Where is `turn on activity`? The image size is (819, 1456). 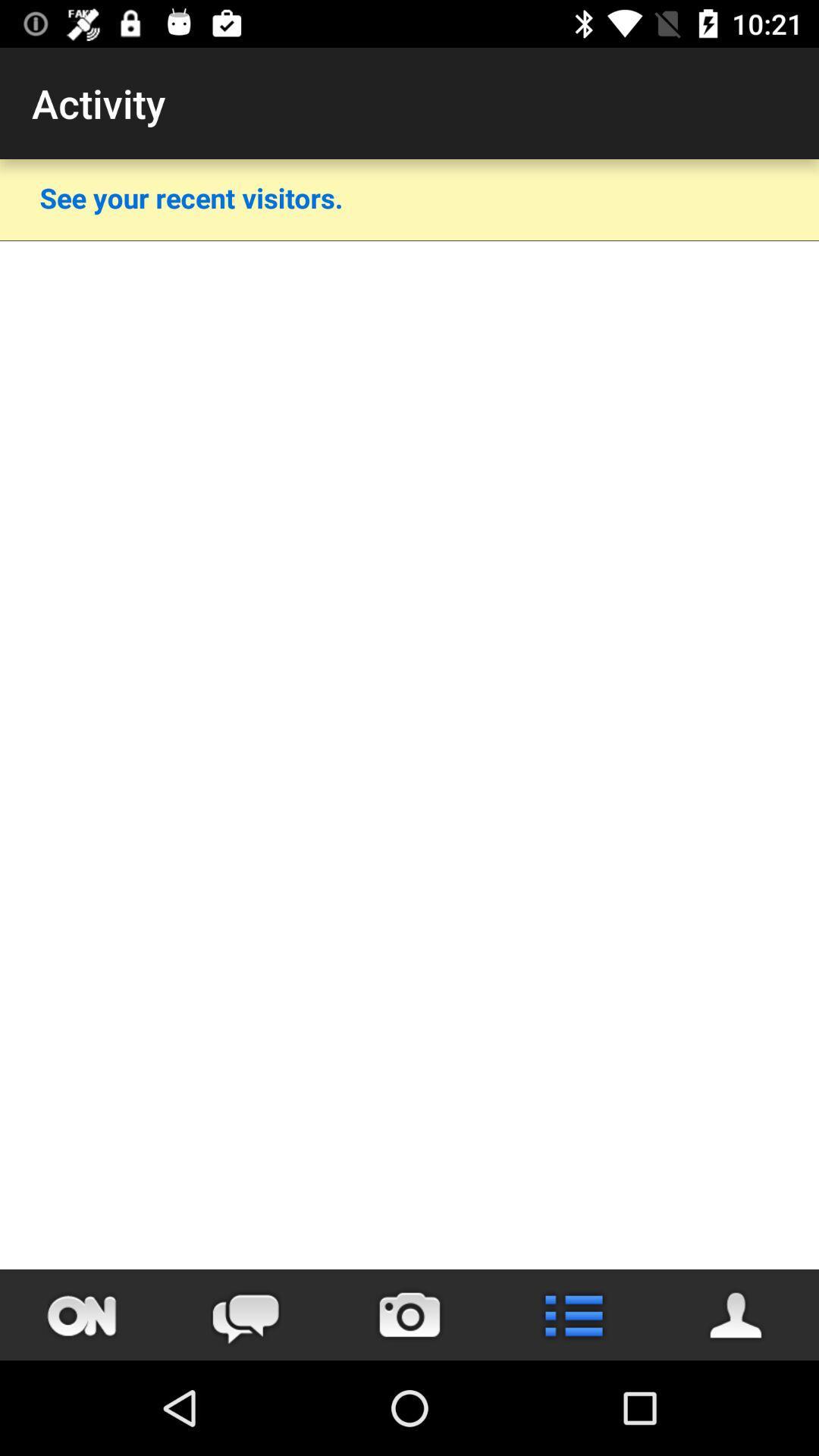
turn on activity is located at coordinates (82, 1314).